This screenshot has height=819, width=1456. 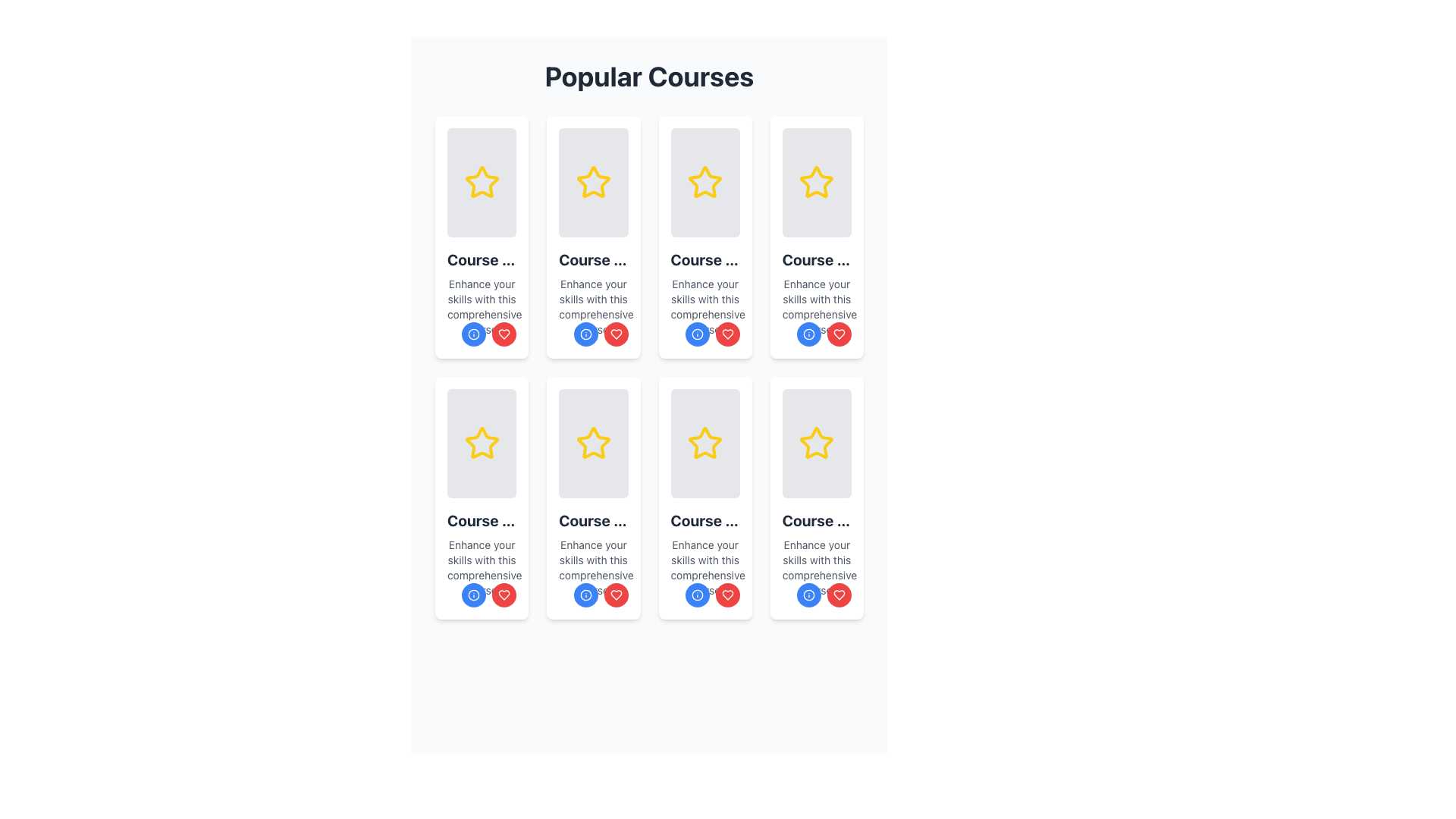 What do you see at coordinates (504, 595) in the screenshot?
I see `the red circular heart icon located at the bottom-right corner of the 'Popular Courses' card in the grid` at bounding box center [504, 595].